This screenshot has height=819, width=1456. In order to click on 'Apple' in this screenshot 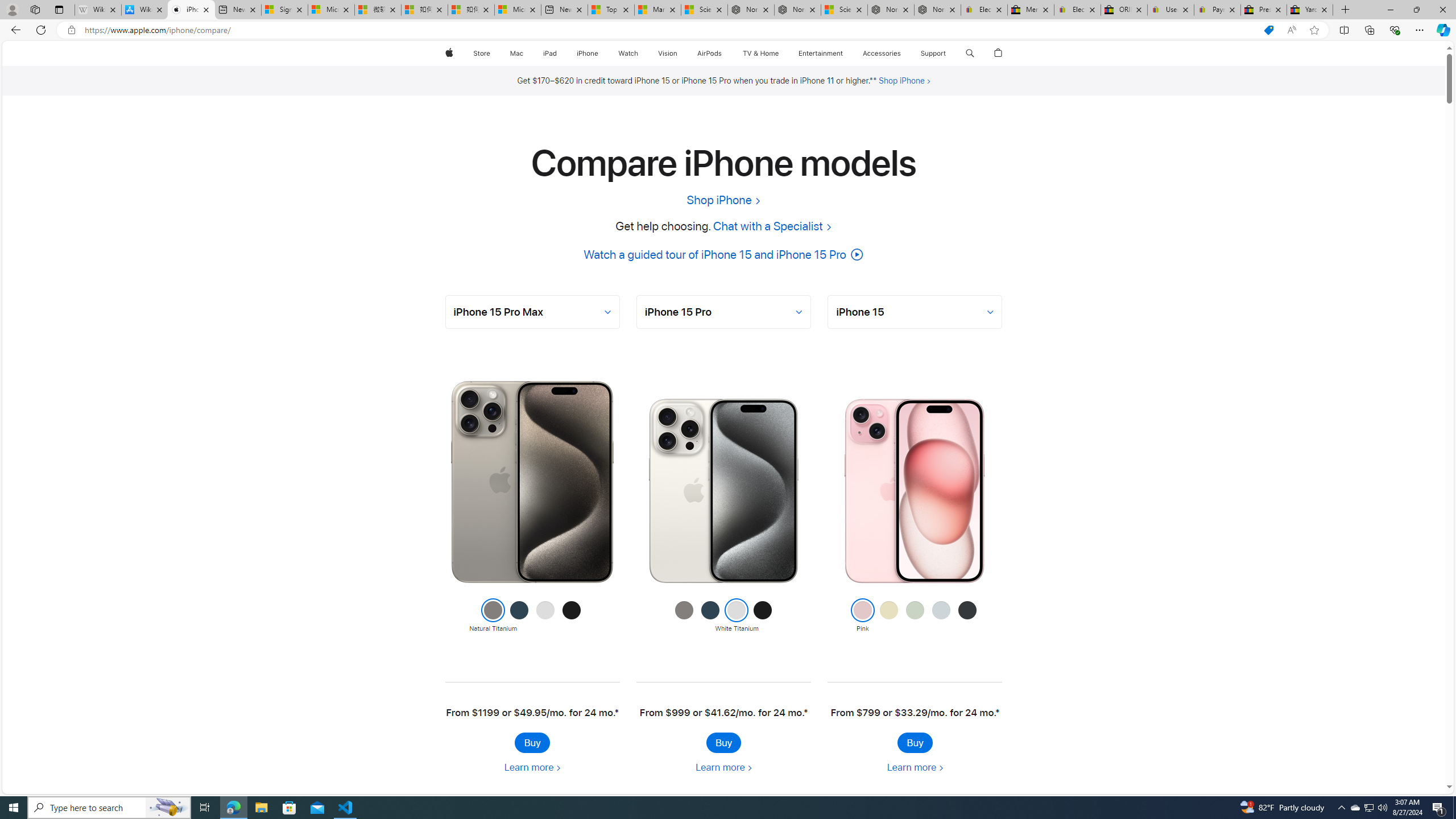, I will do `click(448, 53)`.